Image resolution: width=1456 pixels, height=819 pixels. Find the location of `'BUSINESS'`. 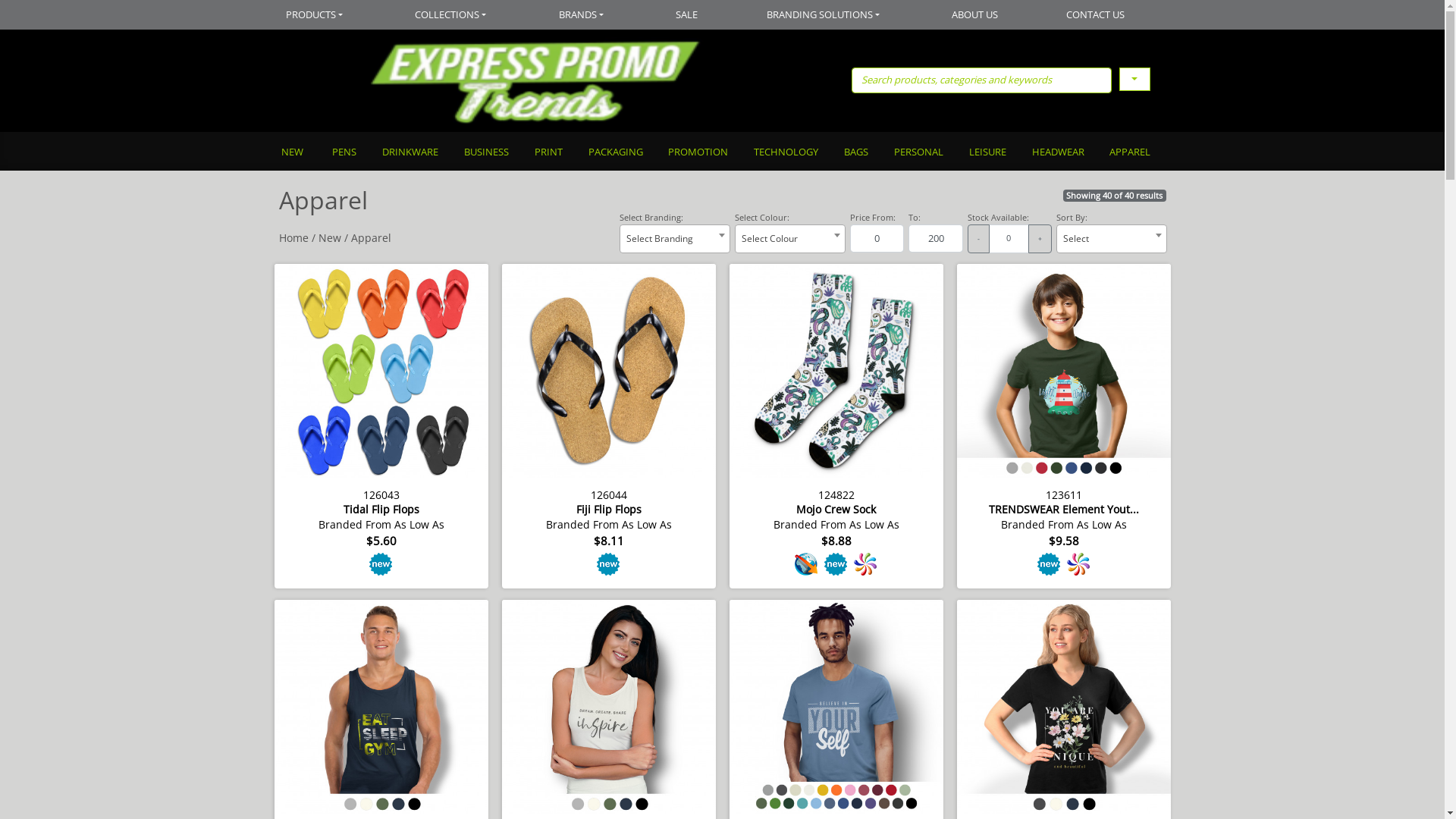

'BUSINESS' is located at coordinates (485, 152).